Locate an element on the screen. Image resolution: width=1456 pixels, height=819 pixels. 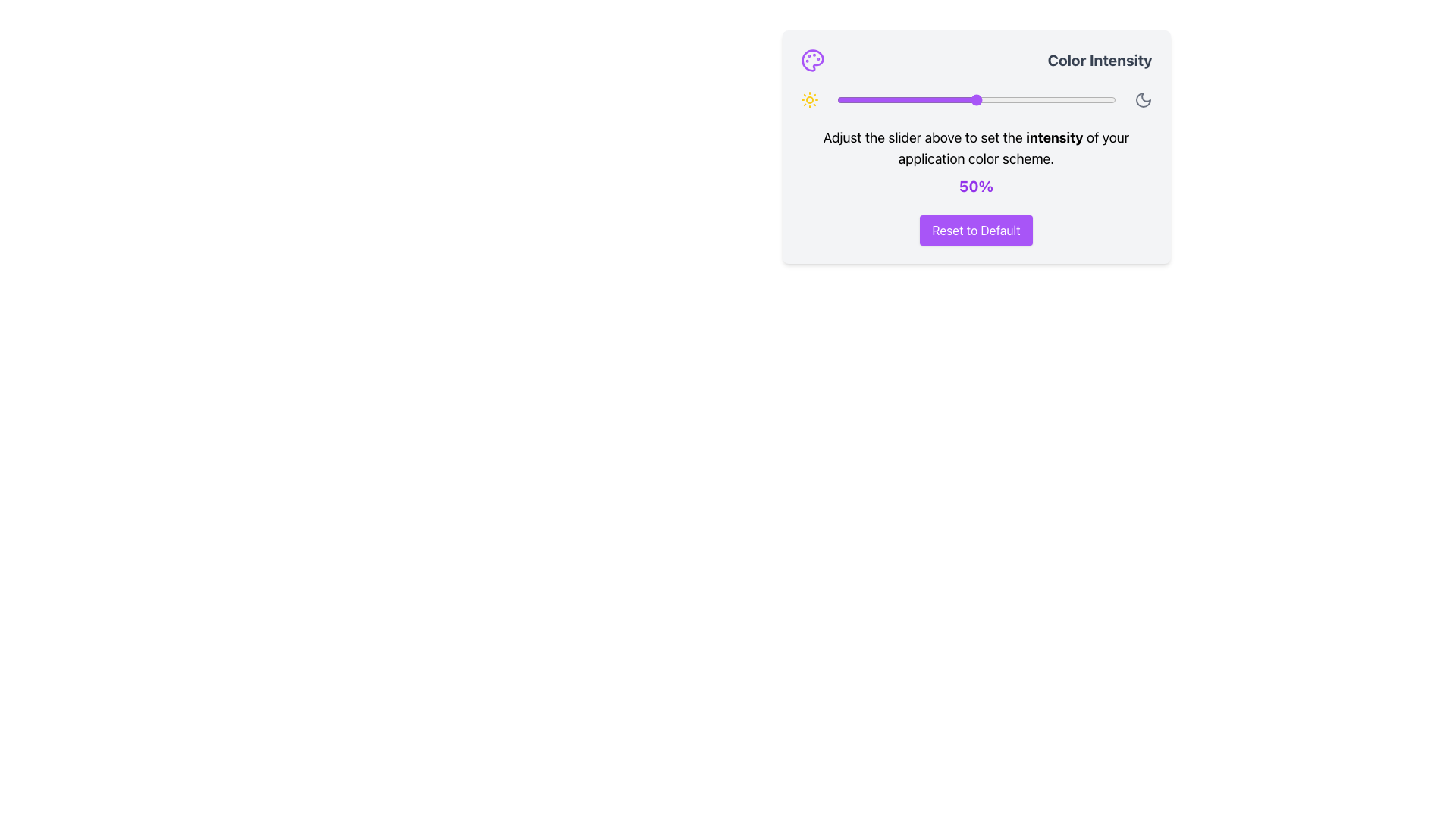
the instructional static text displaying 'Adjust the slider above to set the intensity of your application color scheme.' and the current intensity level '50%' is located at coordinates (976, 162).